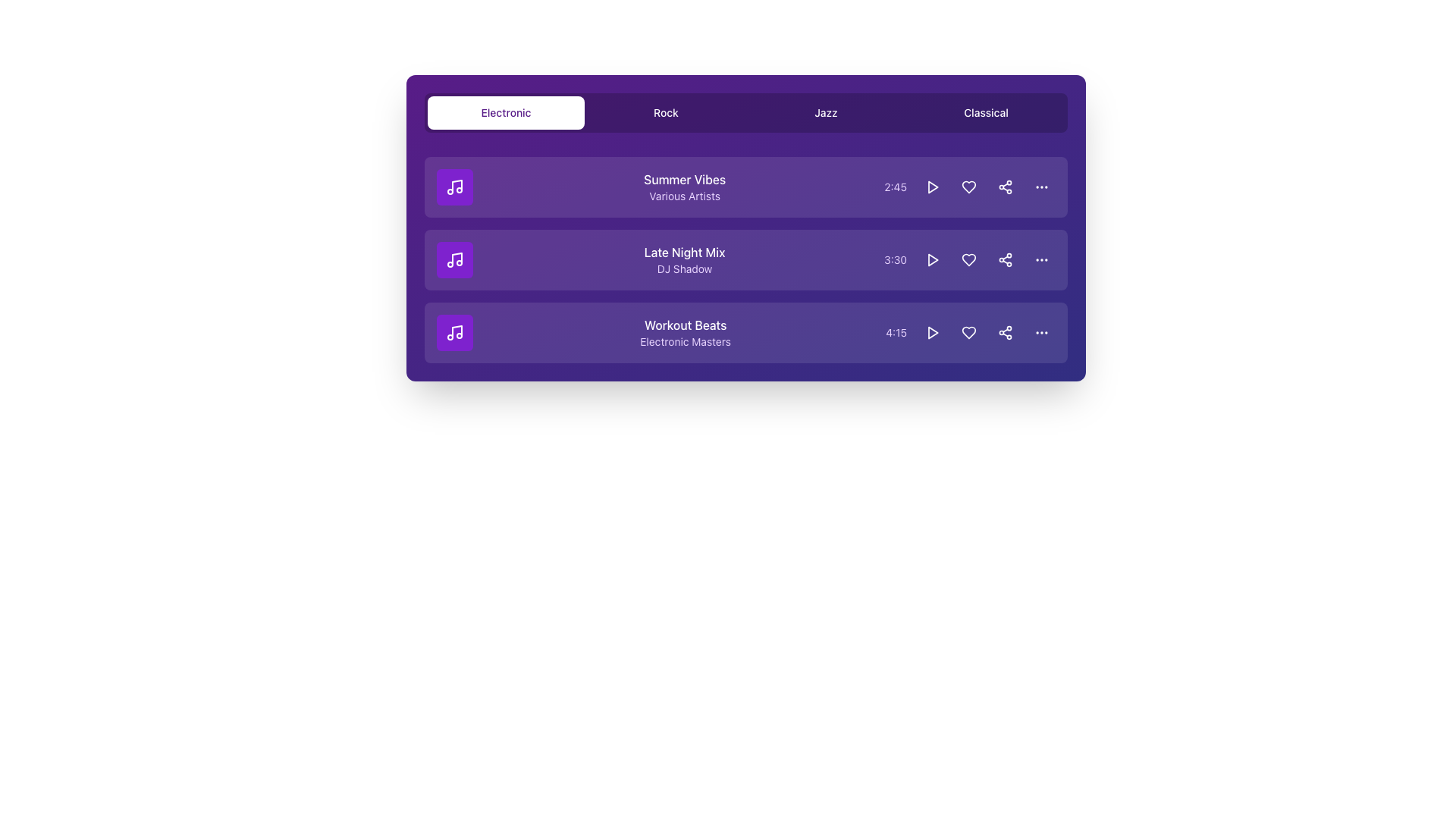 This screenshot has width=1456, height=819. I want to click on the vertical line graphical component of the music note icon, which signifies music-related content at the bottom-most item in the list of music tracks, so click(457, 331).